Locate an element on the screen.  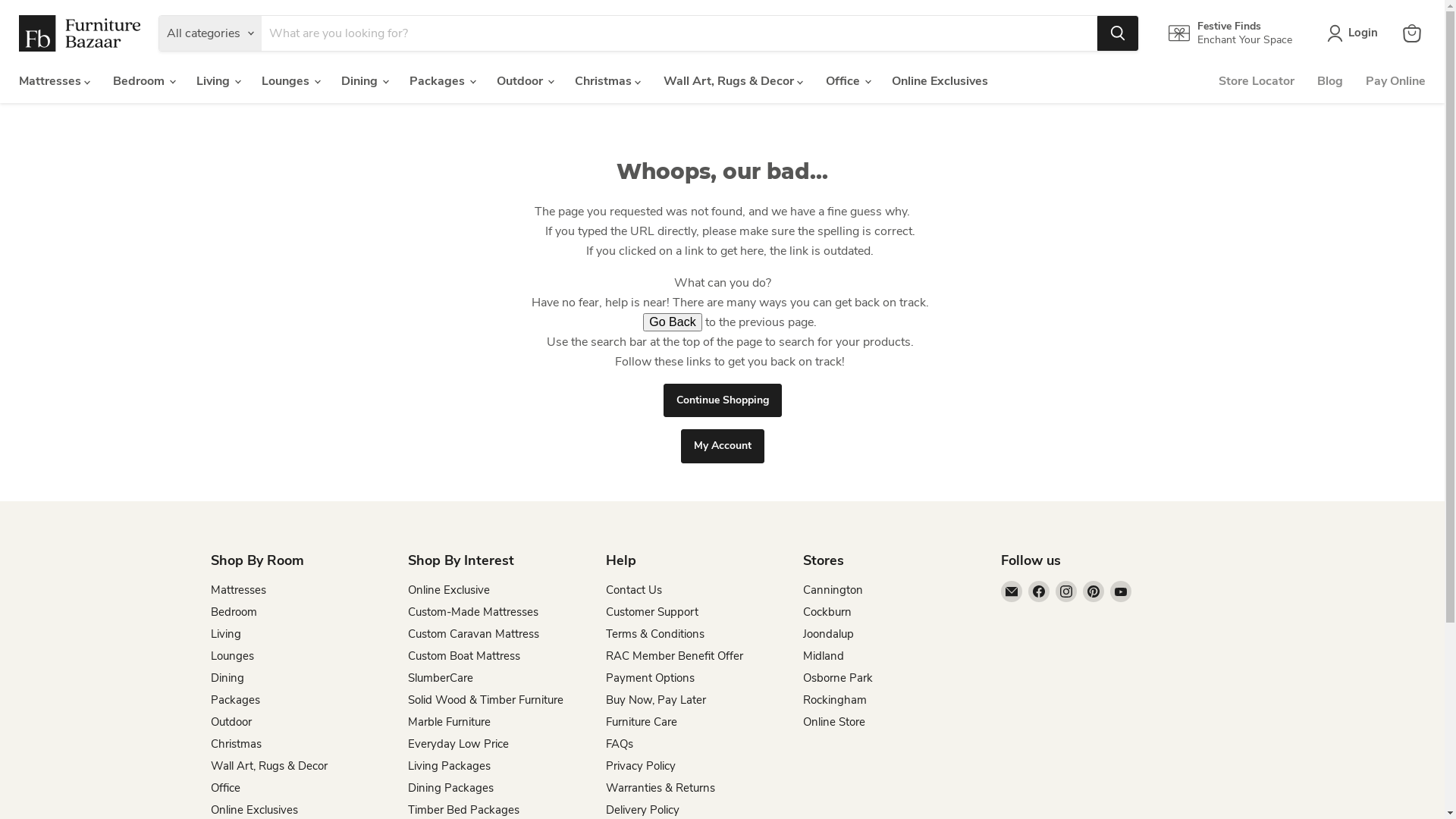
'Cannington' is located at coordinates (802, 589).